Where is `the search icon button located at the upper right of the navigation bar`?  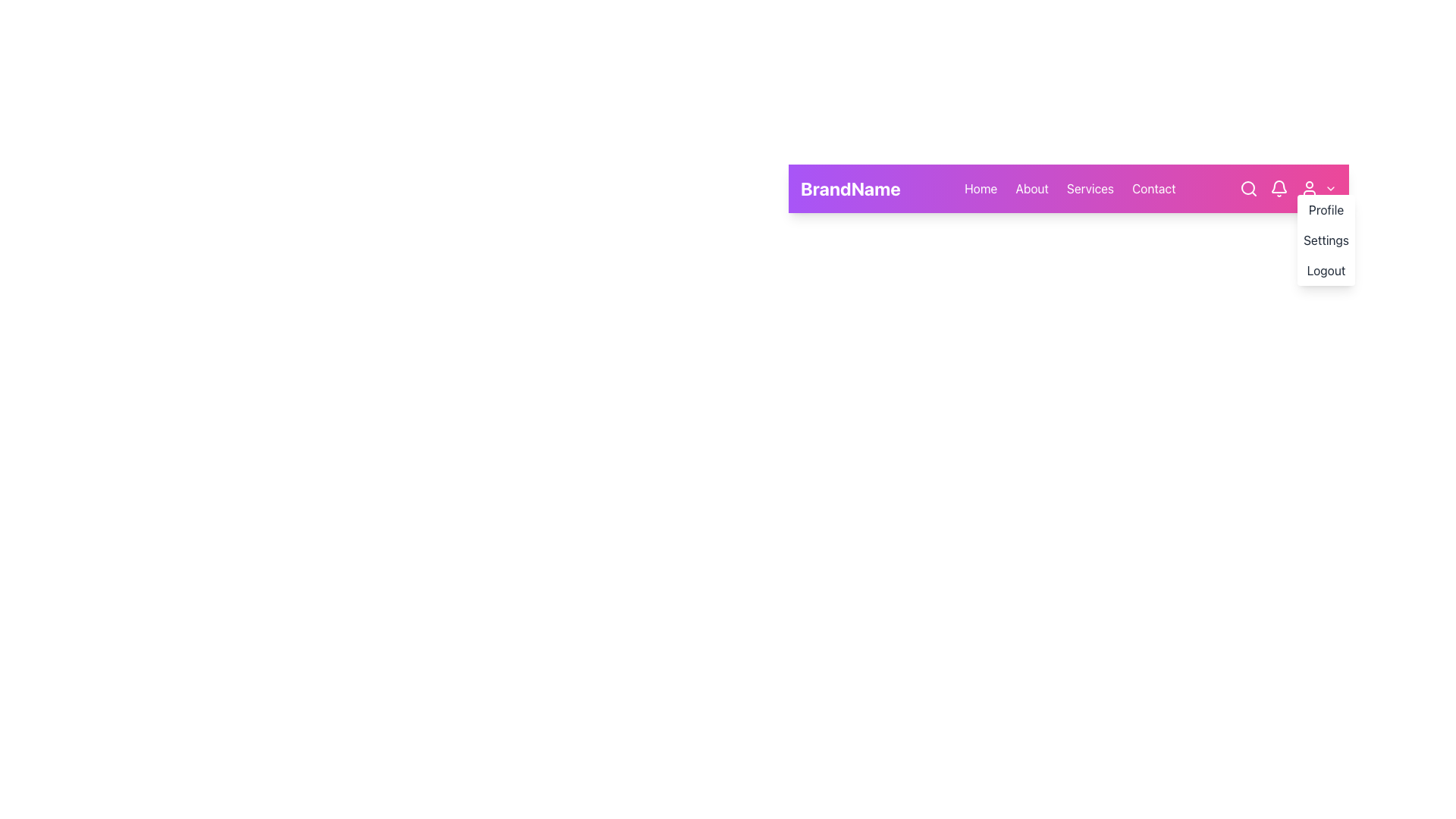
the search icon button located at the upper right of the navigation bar is located at coordinates (1248, 188).